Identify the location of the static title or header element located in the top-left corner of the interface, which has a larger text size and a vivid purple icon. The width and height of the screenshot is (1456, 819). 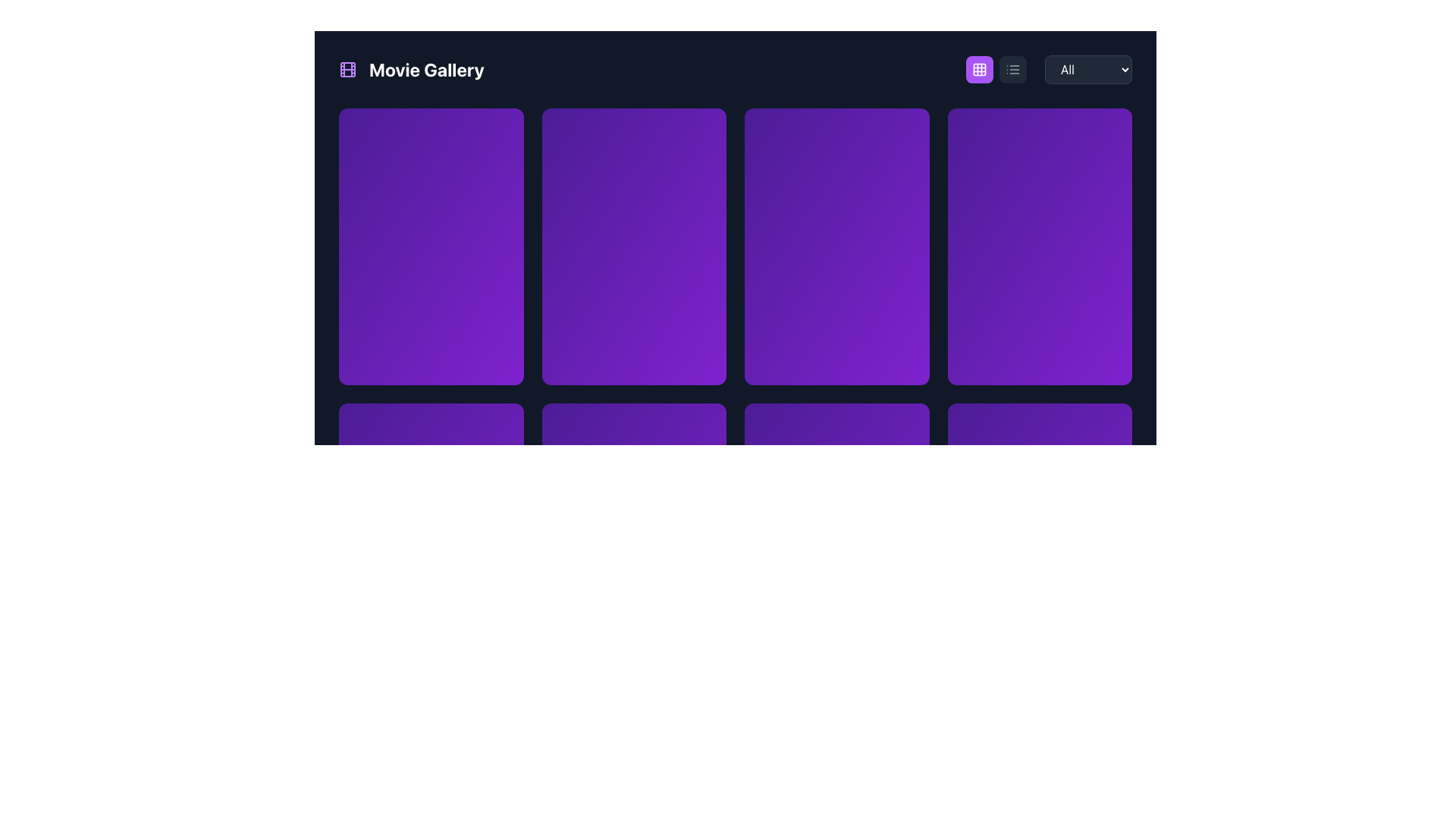
(411, 70).